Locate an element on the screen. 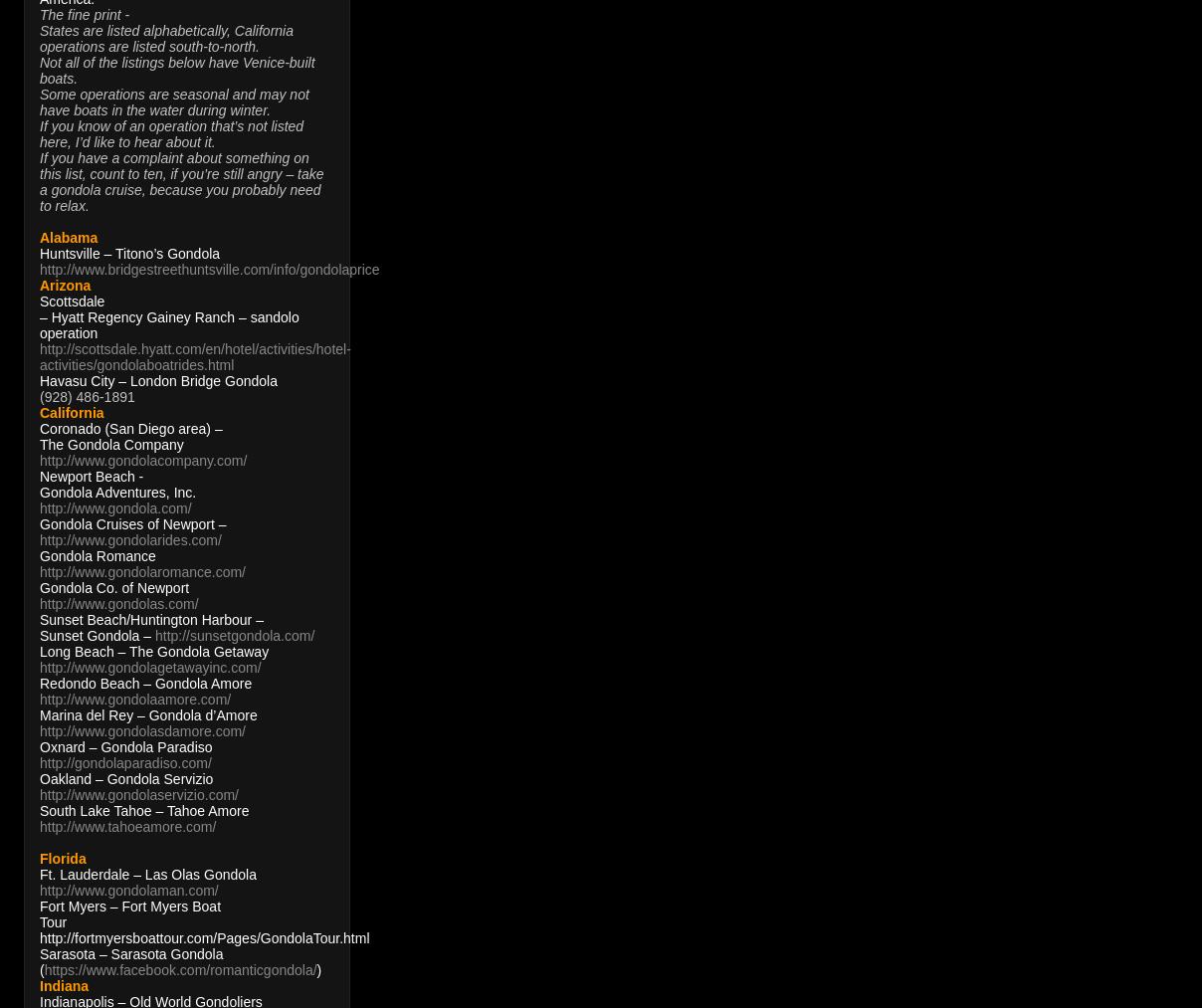  'http://www.bridgestreethuntsville.com/info/gondolaprice' is located at coordinates (209, 268).